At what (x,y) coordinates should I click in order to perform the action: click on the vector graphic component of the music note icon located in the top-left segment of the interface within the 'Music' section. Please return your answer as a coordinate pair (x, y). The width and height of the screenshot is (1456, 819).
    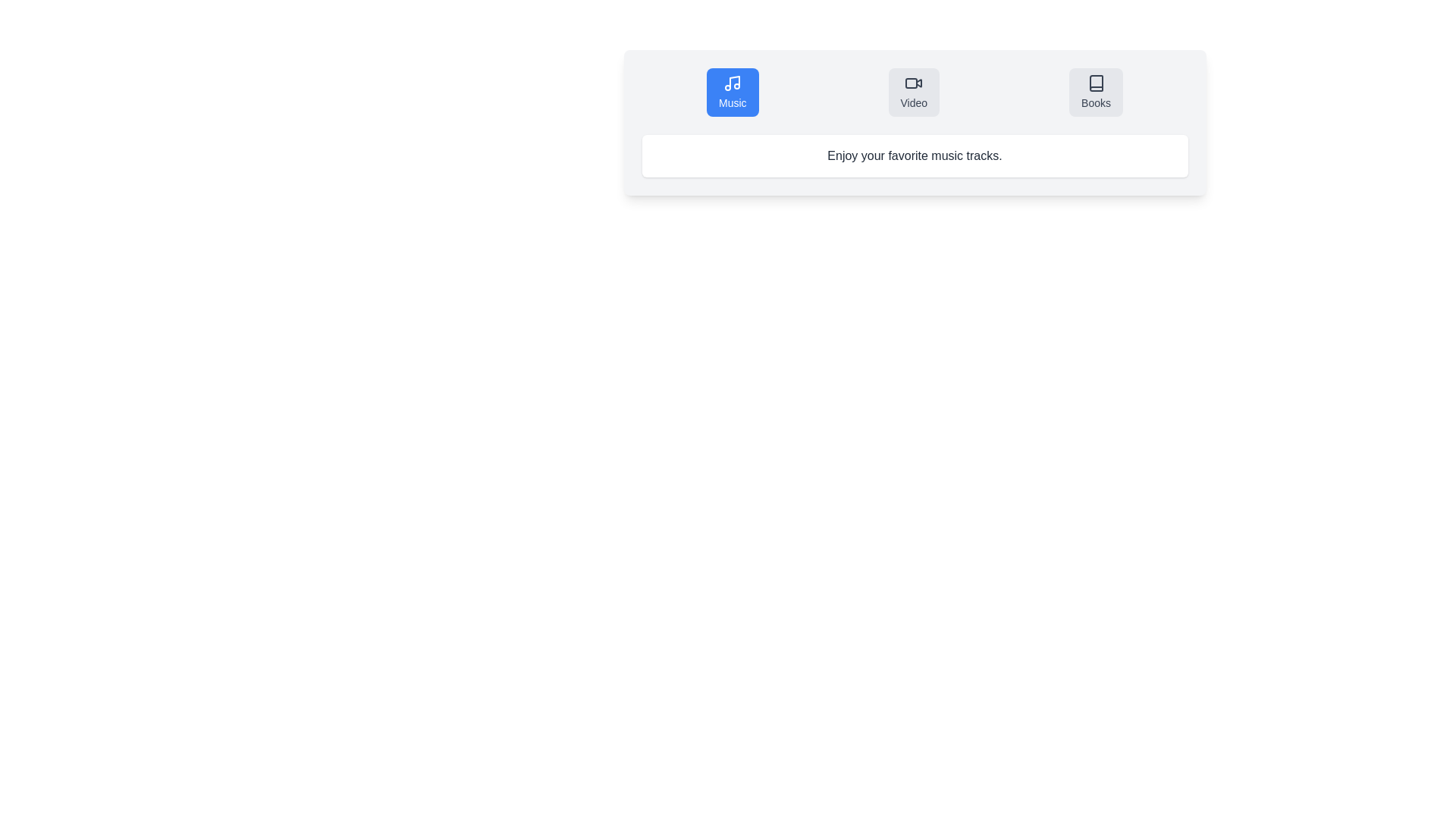
    Looking at the image, I should click on (735, 82).